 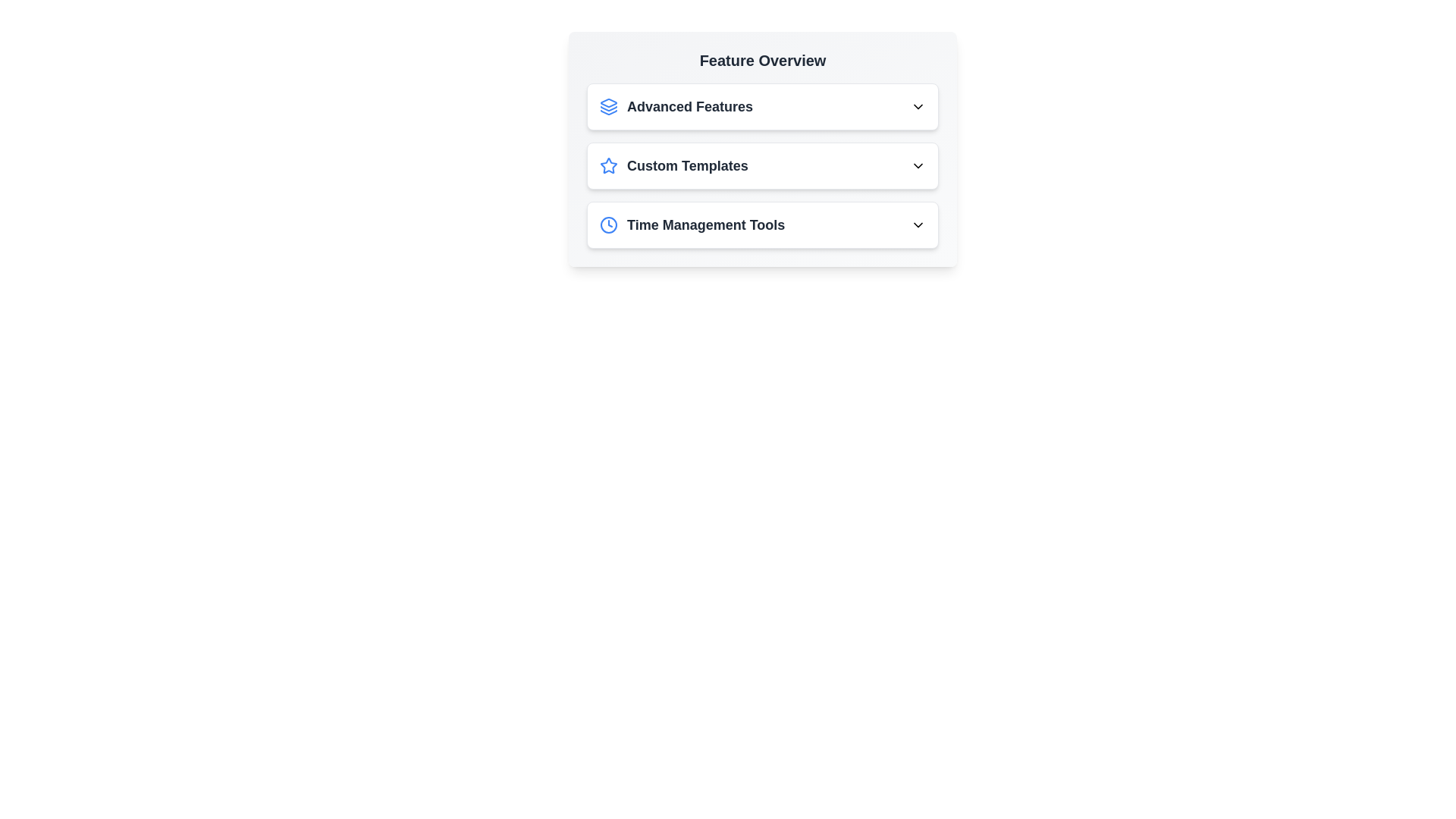 I want to click on the icon of the feature titled Advanced Features, so click(x=608, y=106).